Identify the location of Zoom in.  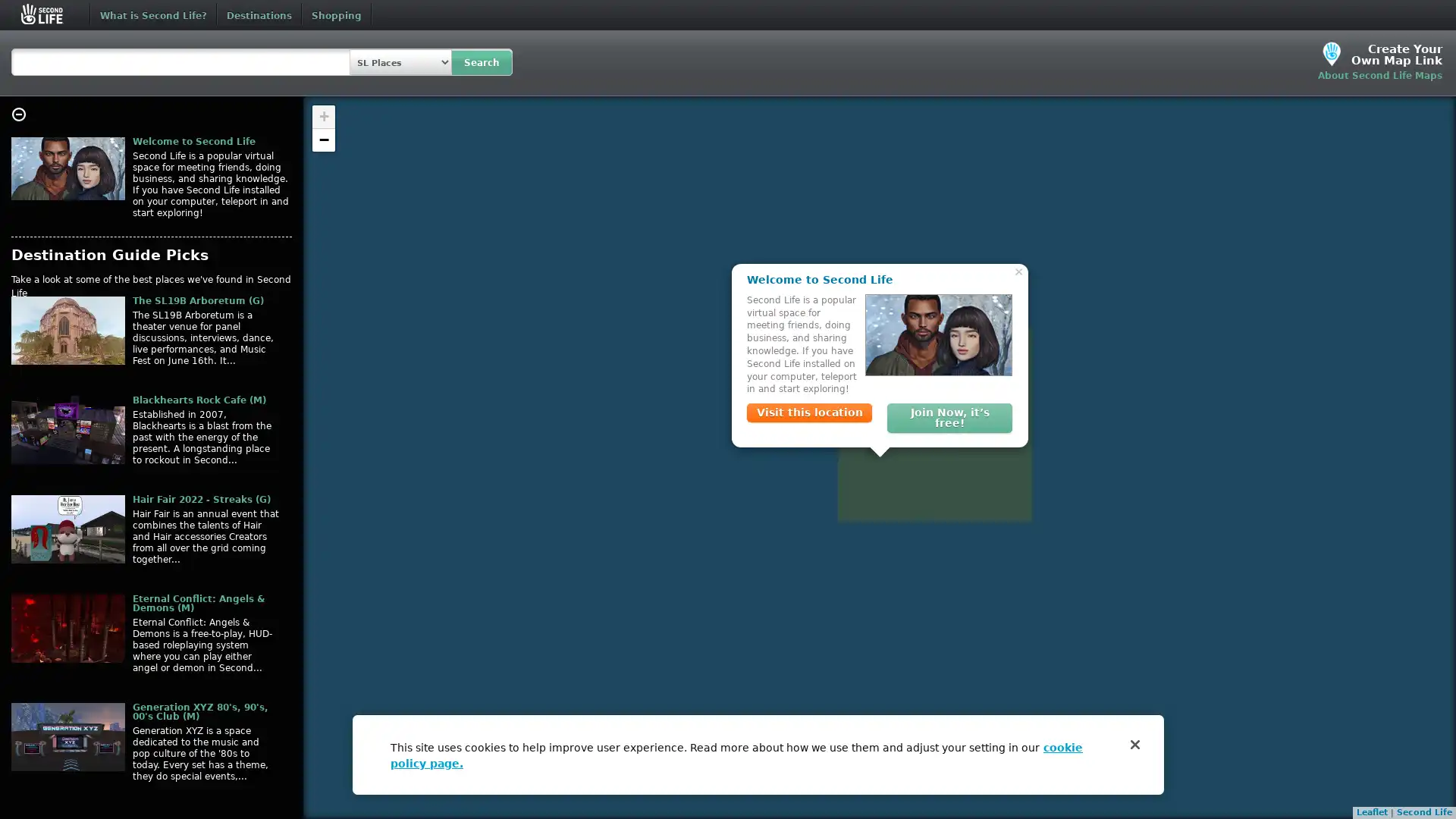
(323, 116).